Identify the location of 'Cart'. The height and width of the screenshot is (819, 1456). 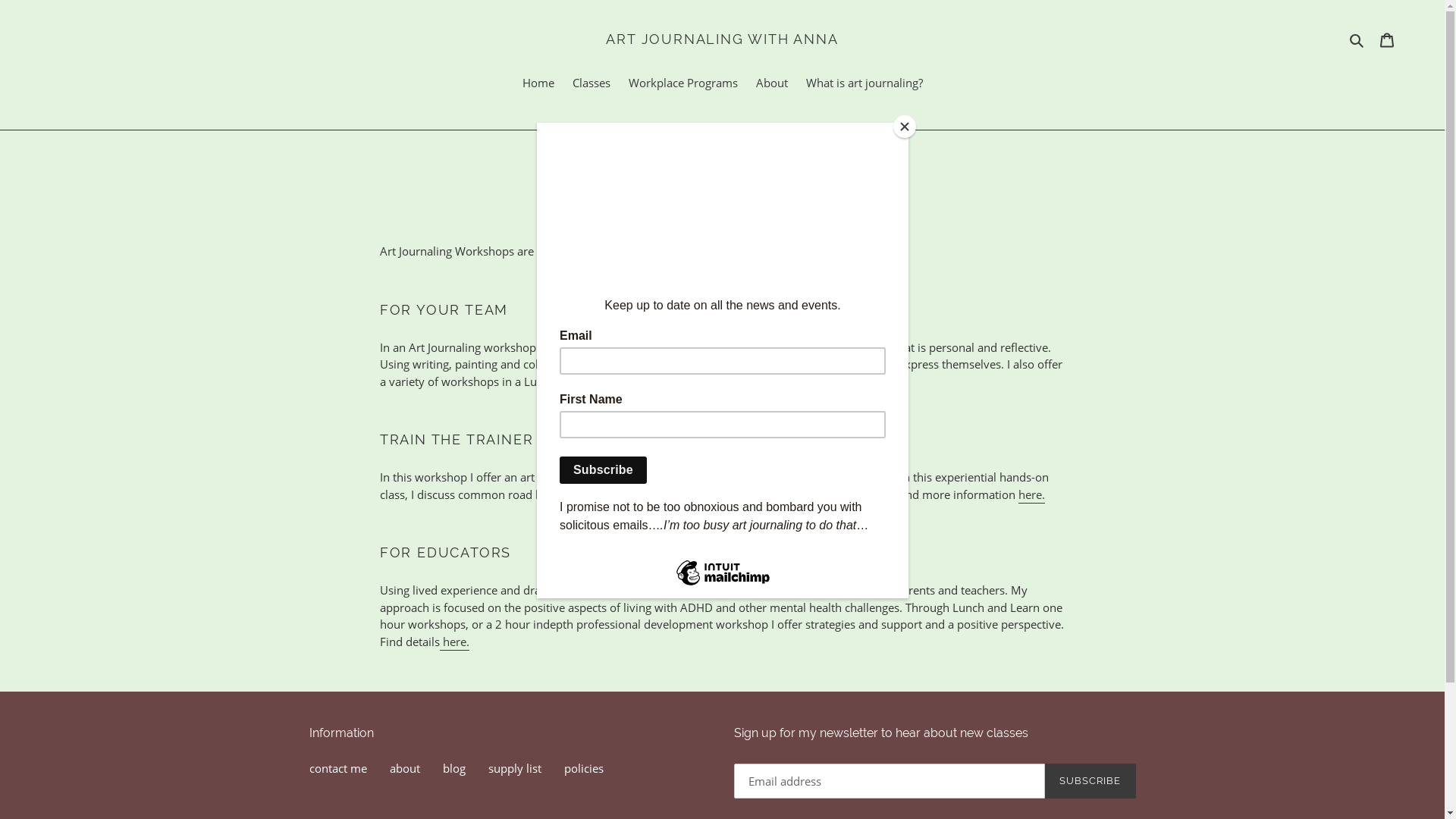
(1386, 38).